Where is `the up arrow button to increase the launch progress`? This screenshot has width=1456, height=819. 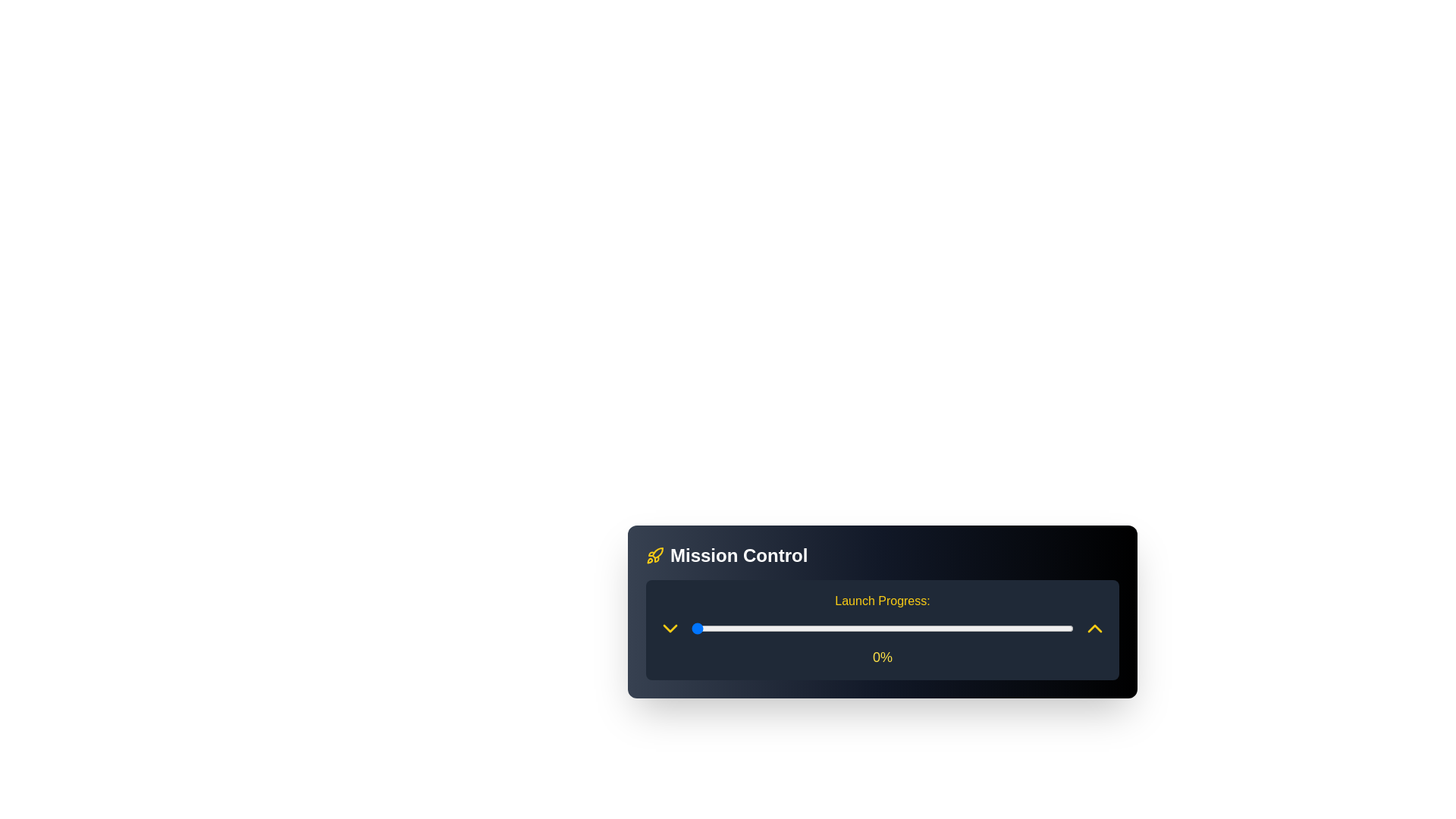
the up arrow button to increase the launch progress is located at coordinates (1095, 629).